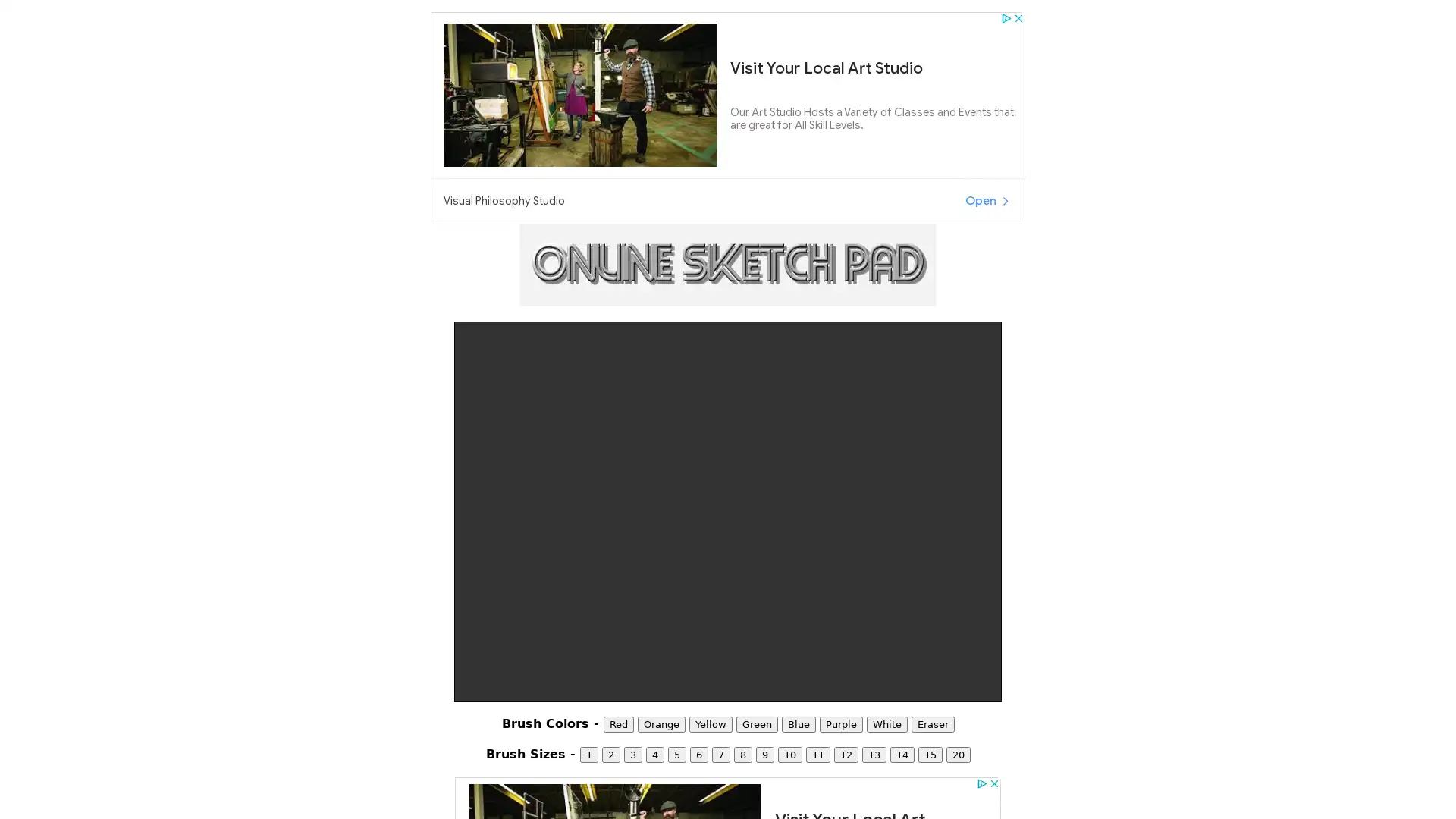  What do you see at coordinates (931, 723) in the screenshot?
I see `Eraser` at bounding box center [931, 723].